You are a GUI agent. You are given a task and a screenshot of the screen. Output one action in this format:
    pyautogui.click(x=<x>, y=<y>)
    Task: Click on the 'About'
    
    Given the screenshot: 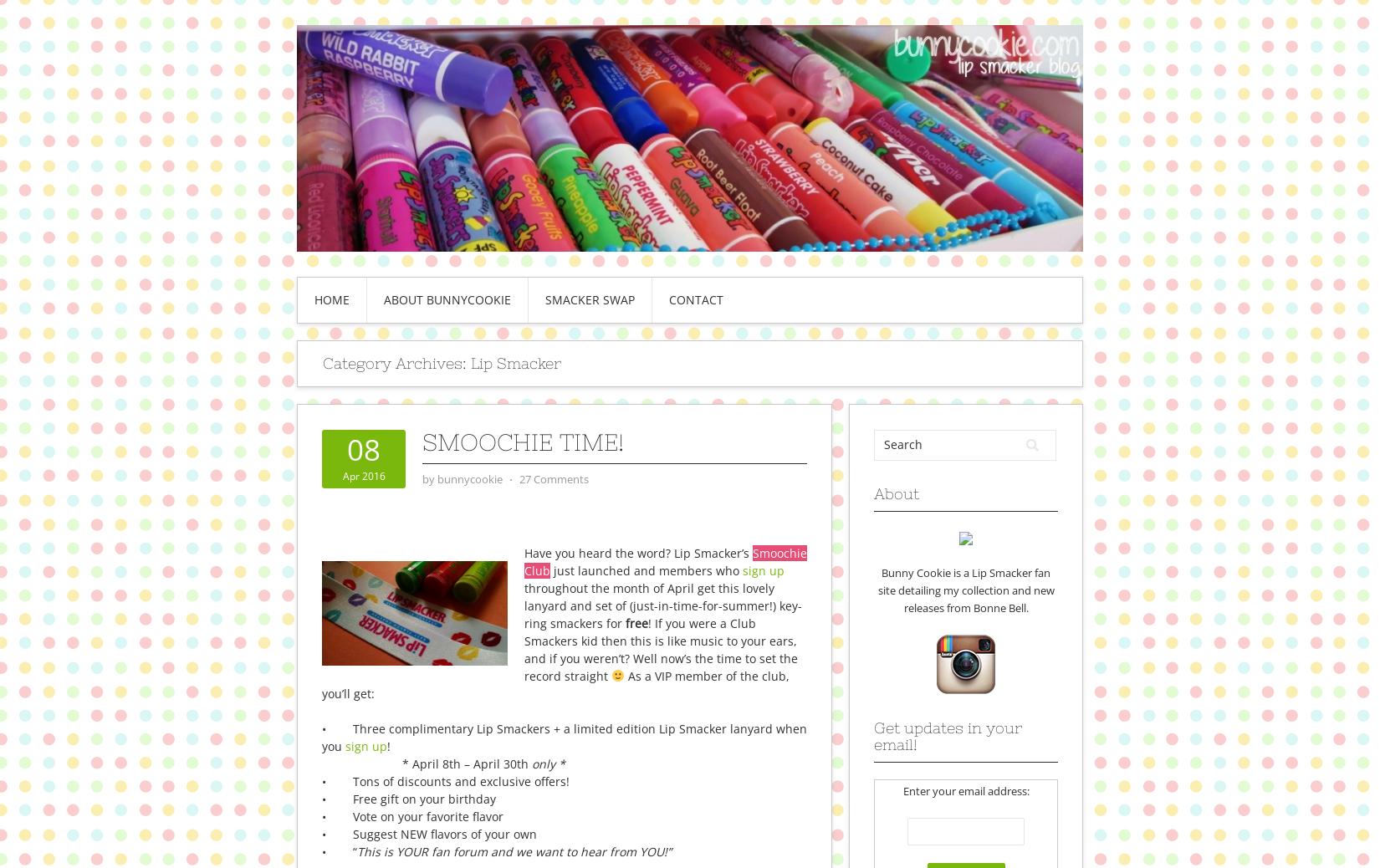 What is the action you would take?
    pyautogui.click(x=897, y=492)
    